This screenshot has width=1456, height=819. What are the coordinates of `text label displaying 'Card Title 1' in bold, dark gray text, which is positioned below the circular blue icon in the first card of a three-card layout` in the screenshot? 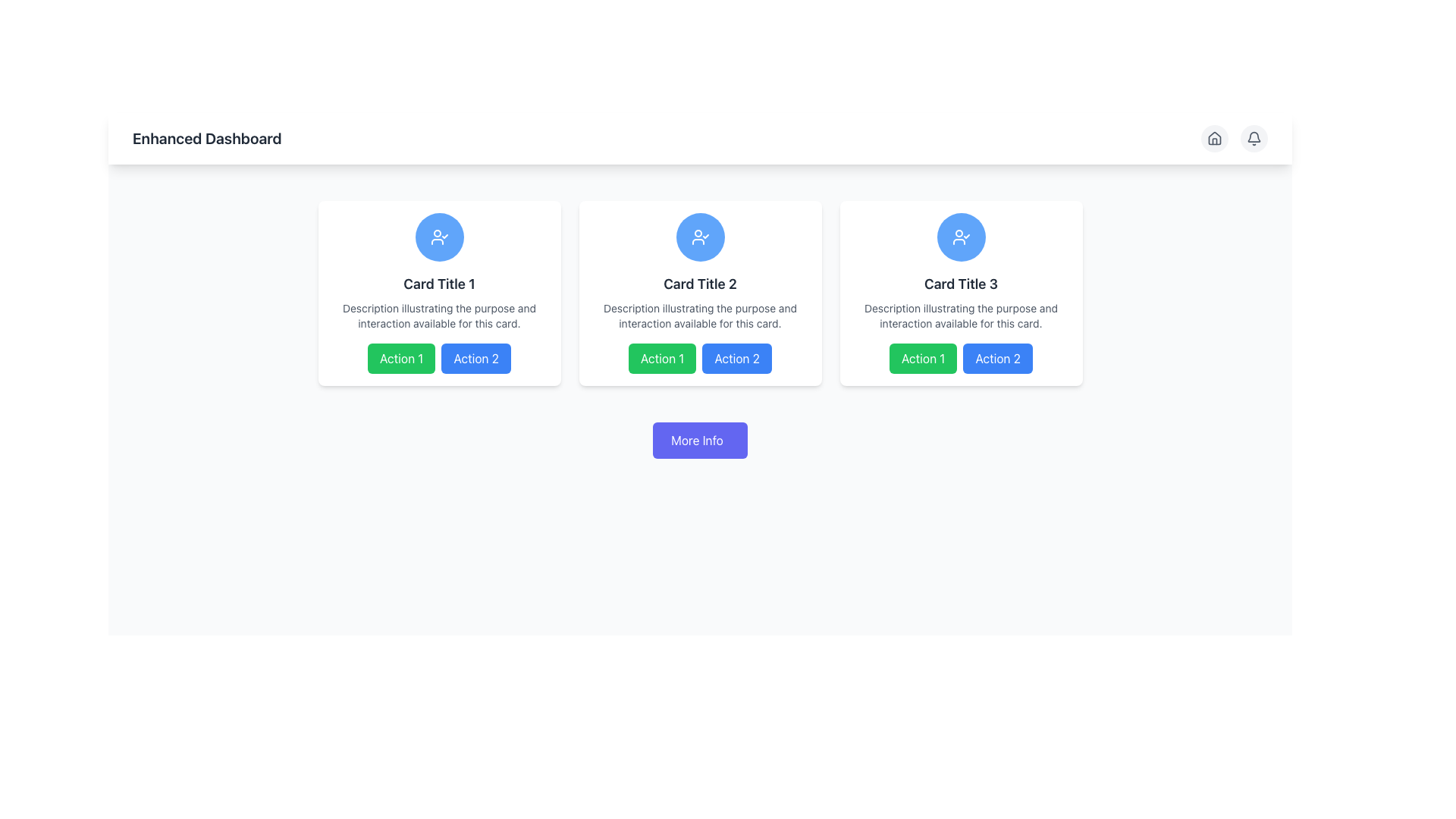 It's located at (438, 284).